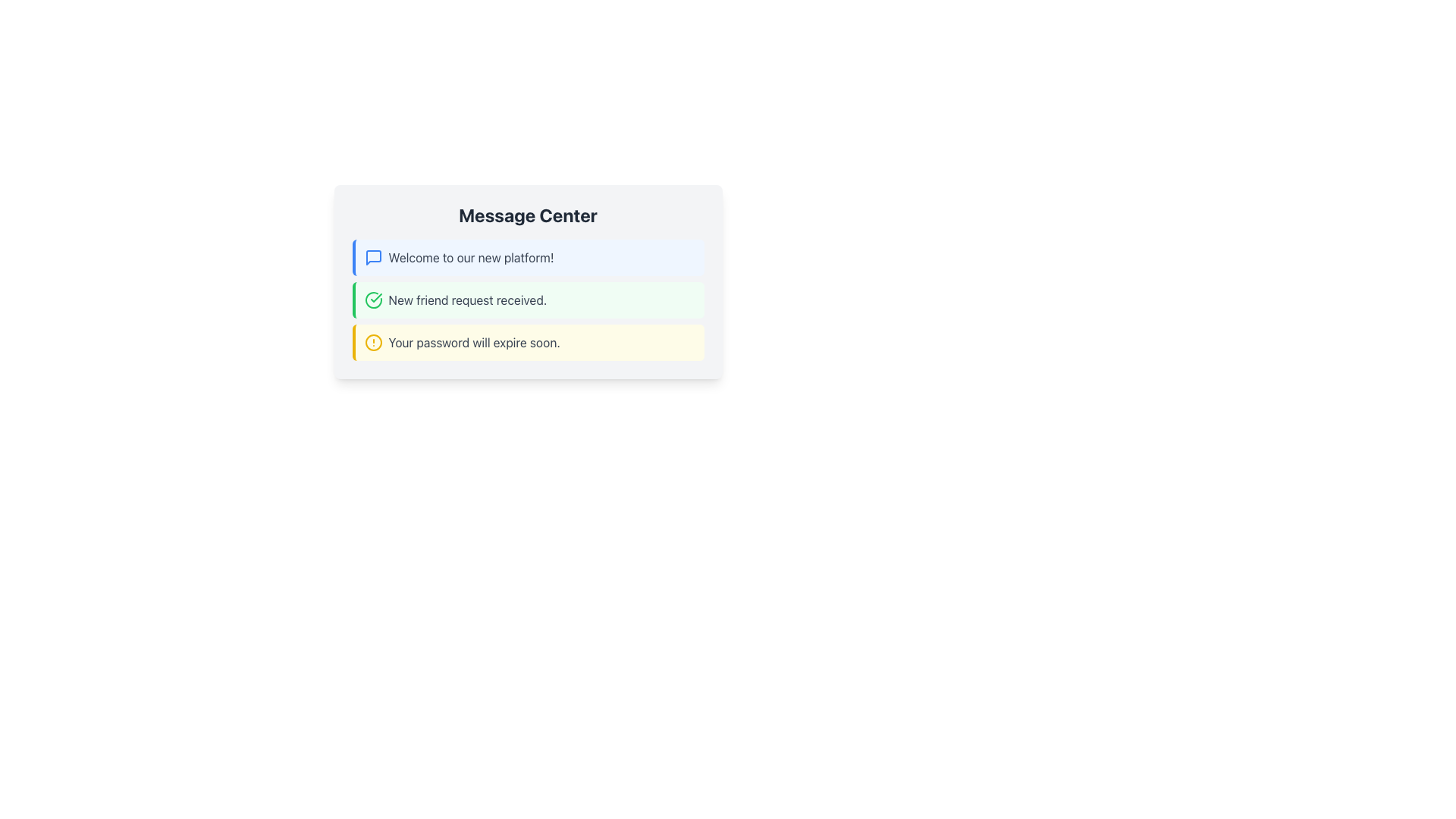 This screenshot has width=1456, height=819. I want to click on the alert indicator icon located to the left of the message 'Your password will expire soon.' in the notification list, which is the third entry, so click(373, 342).